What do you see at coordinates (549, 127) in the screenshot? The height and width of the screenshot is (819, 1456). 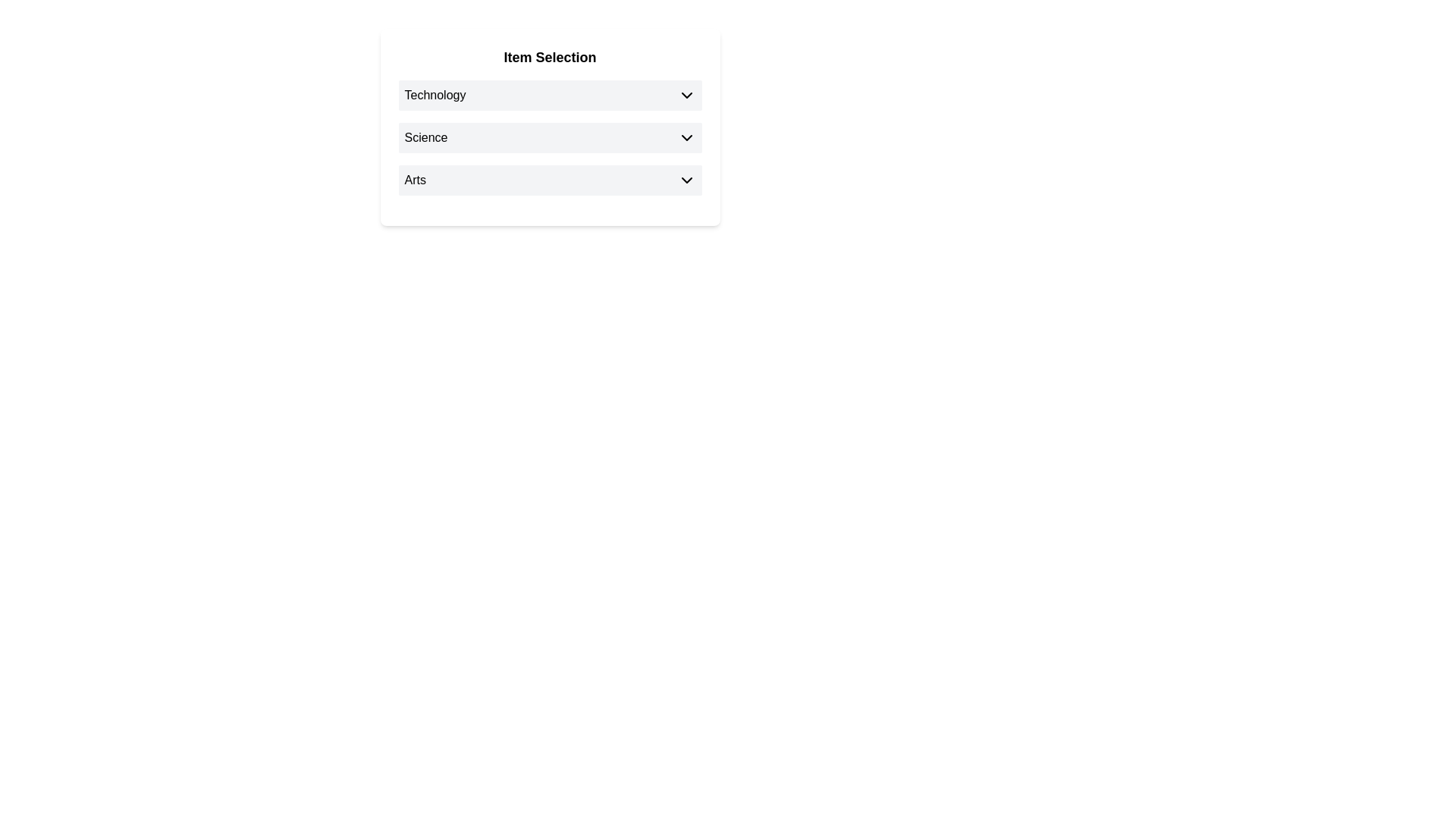 I see `the dropdown arrow of the second row labeled 'Science' in the 'Item Selection' dropdown menu` at bounding box center [549, 127].